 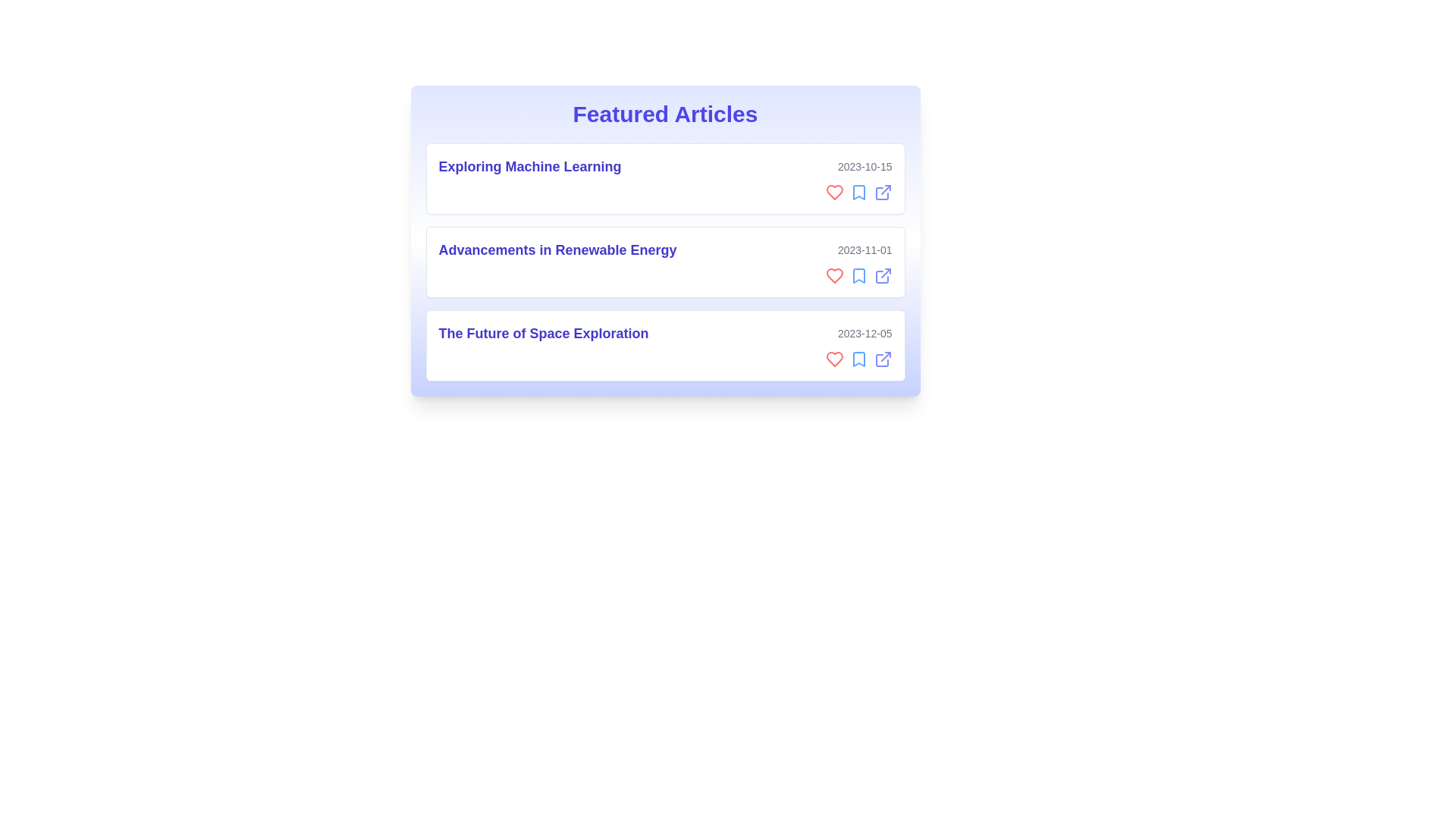 I want to click on bookmark icon for the article titled 'Exploring Machine Learning', so click(x=858, y=192).